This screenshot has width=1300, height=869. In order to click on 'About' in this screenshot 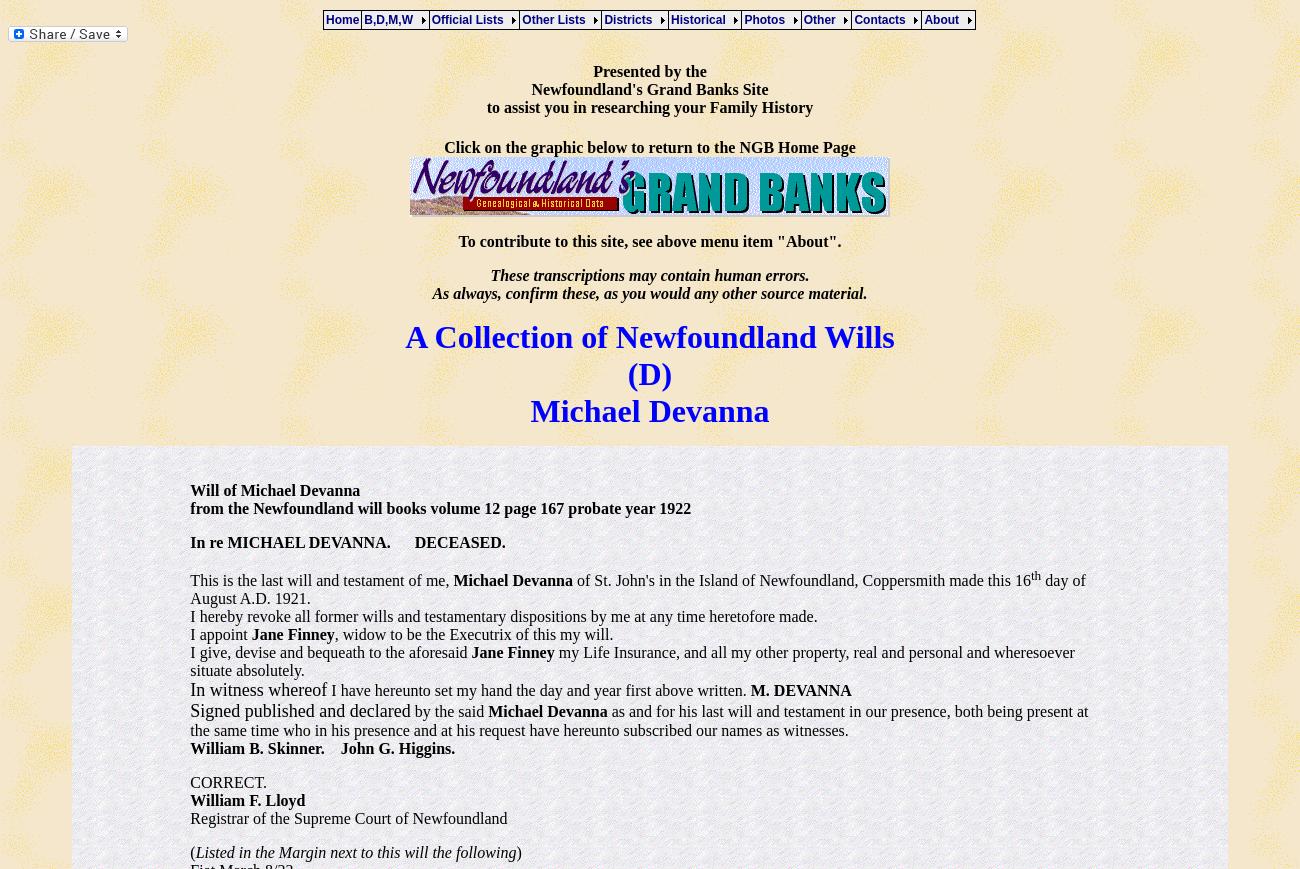, I will do `click(924, 18)`.